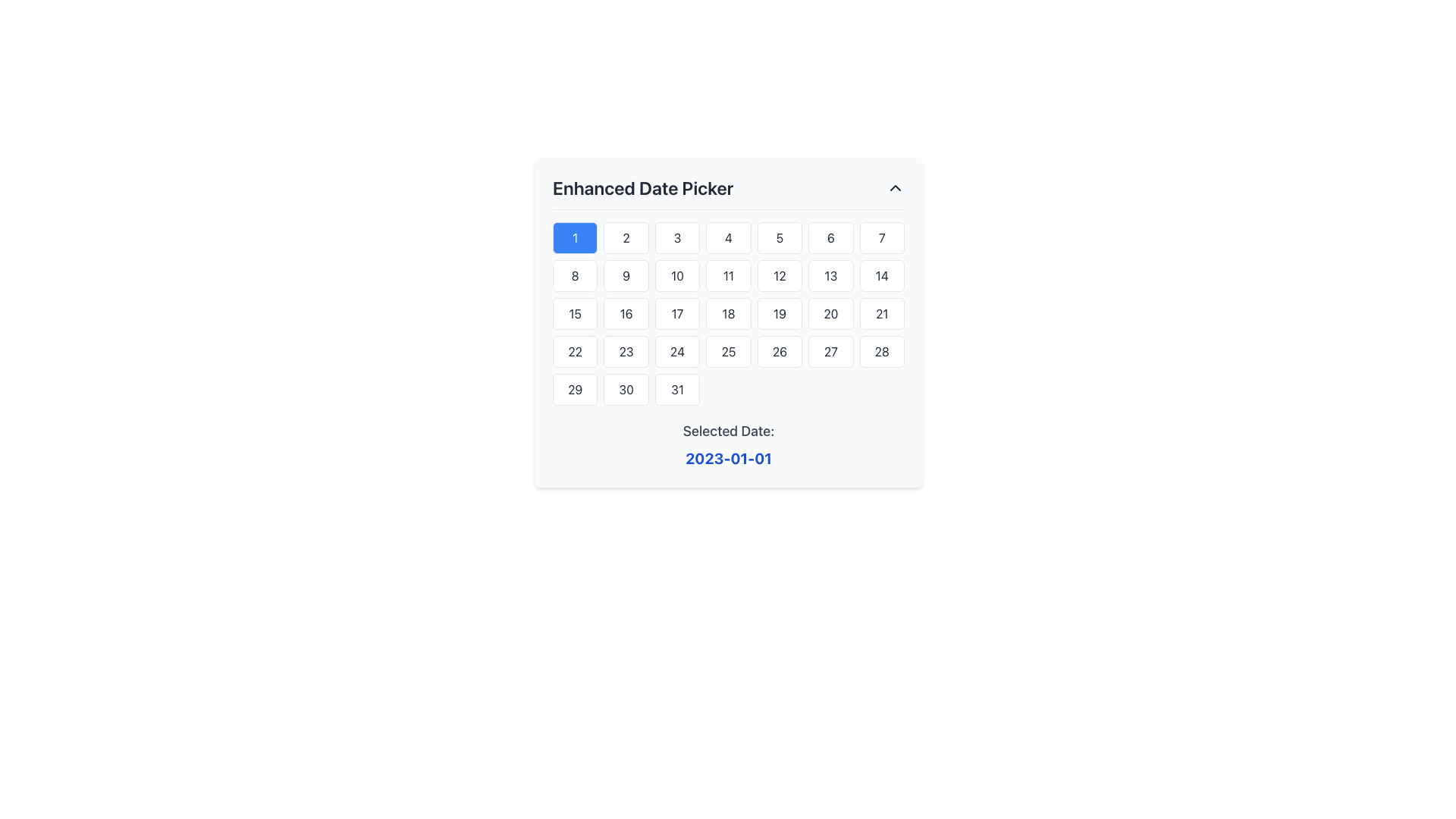  I want to click on the rounded rectangular button labeled '30' in the bottom row, second to last column of the calendar grid under 'Enhanced Date Picker', so click(626, 388).